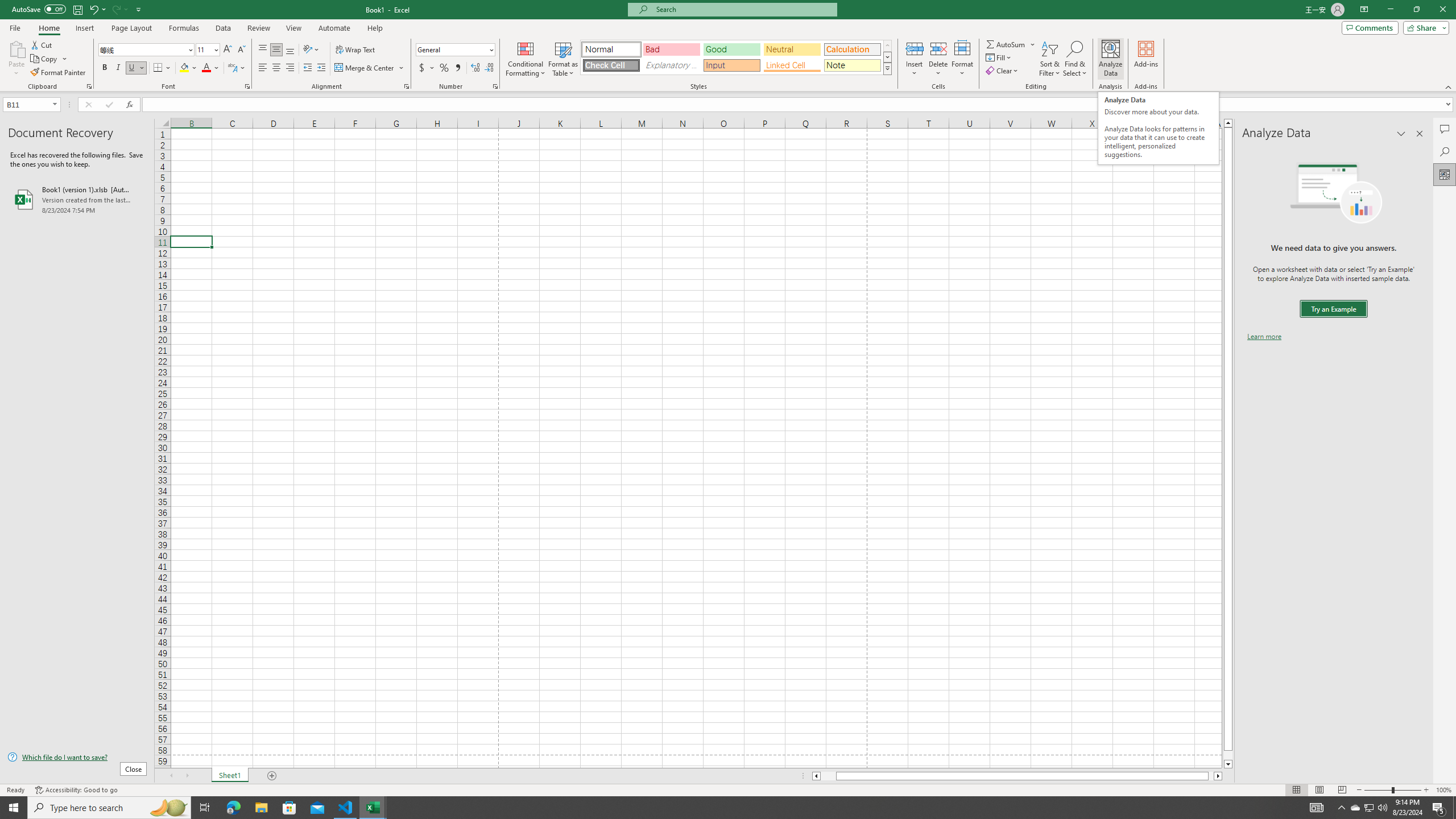 The width and height of the screenshot is (1456, 819). Describe the element at coordinates (88, 85) in the screenshot. I see `'Office Clipboard...'` at that location.